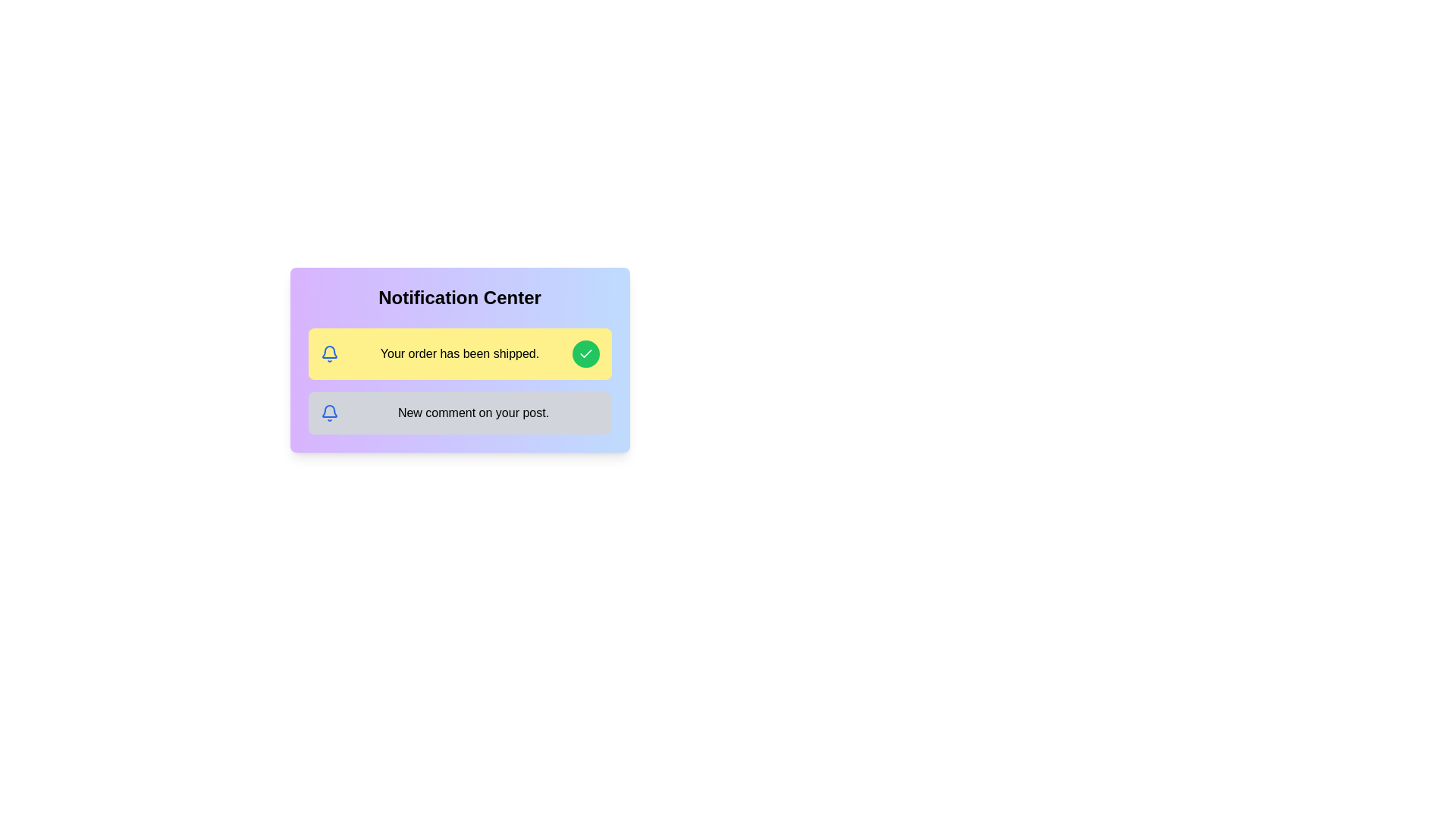  I want to click on the visual styling of the checkmark icon located inside the circular green button to the right of the notification text reading 'Your order has been shipped.', so click(585, 353).